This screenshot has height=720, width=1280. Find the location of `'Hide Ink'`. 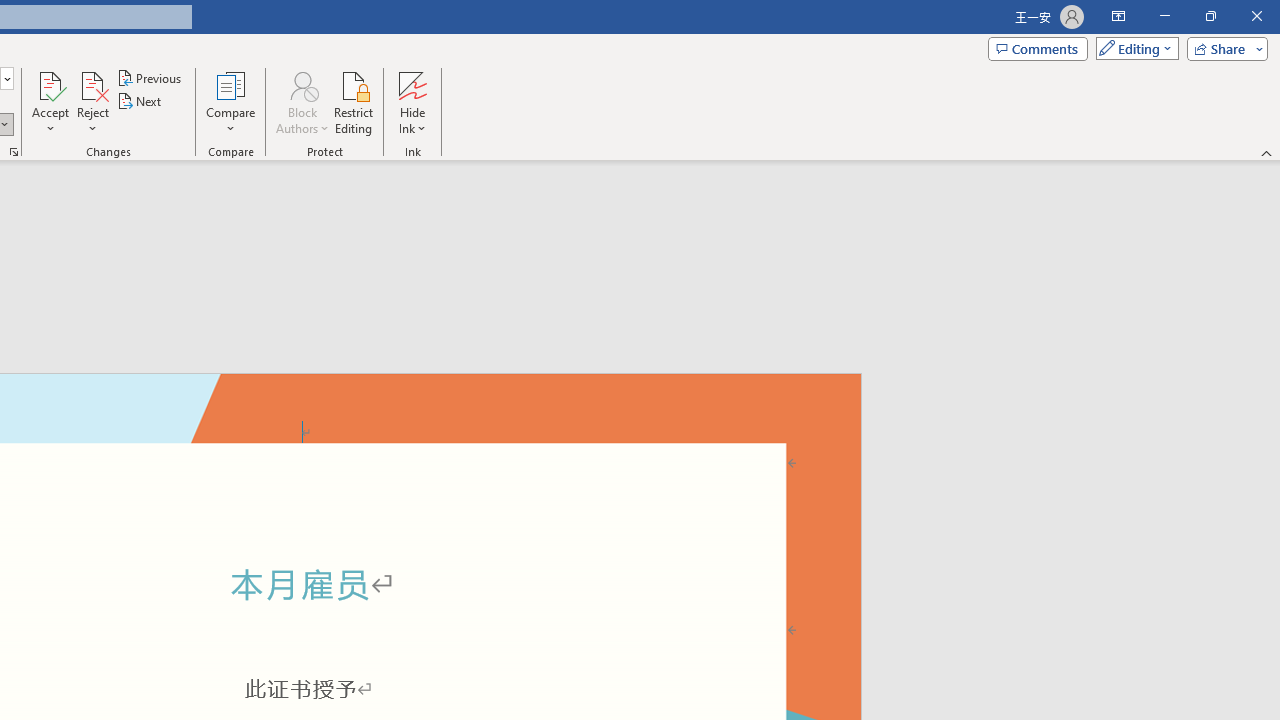

'Hide Ink' is located at coordinates (411, 84).